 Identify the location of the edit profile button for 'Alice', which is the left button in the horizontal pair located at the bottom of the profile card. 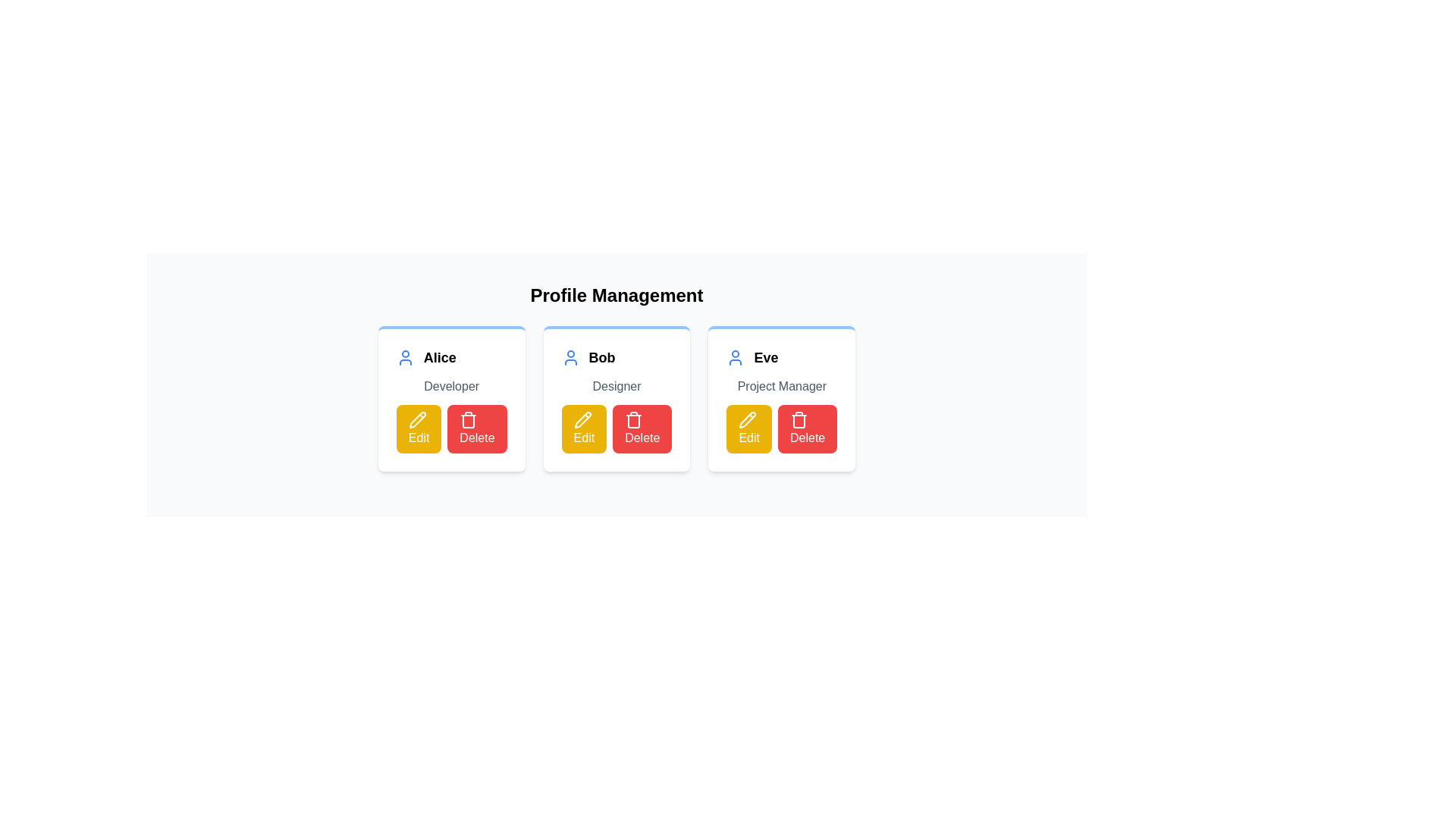
(419, 429).